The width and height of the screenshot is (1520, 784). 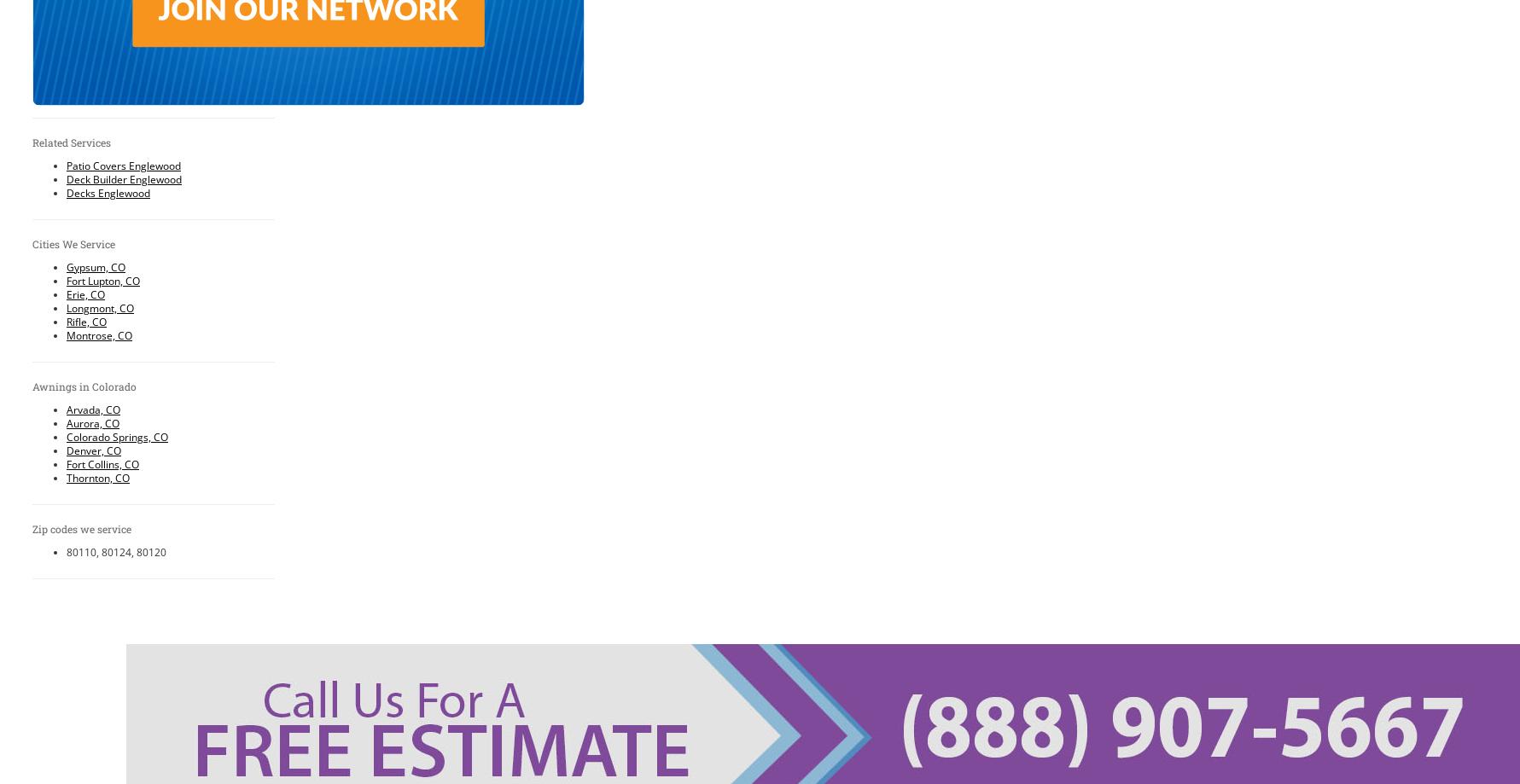 I want to click on 'Montrose, CO', so click(x=67, y=334).